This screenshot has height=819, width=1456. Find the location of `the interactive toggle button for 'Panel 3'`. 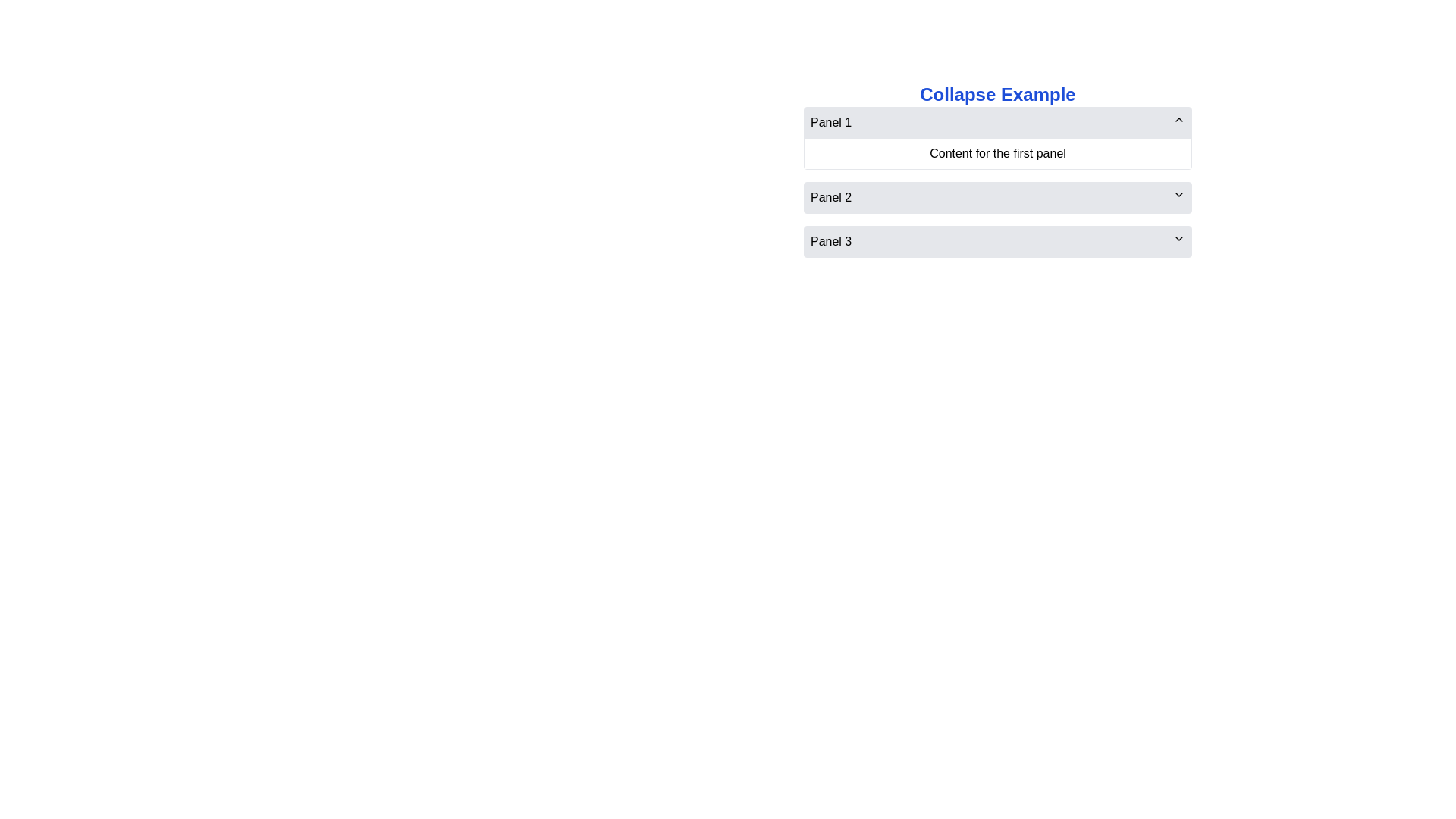

the interactive toggle button for 'Panel 3' is located at coordinates (997, 241).